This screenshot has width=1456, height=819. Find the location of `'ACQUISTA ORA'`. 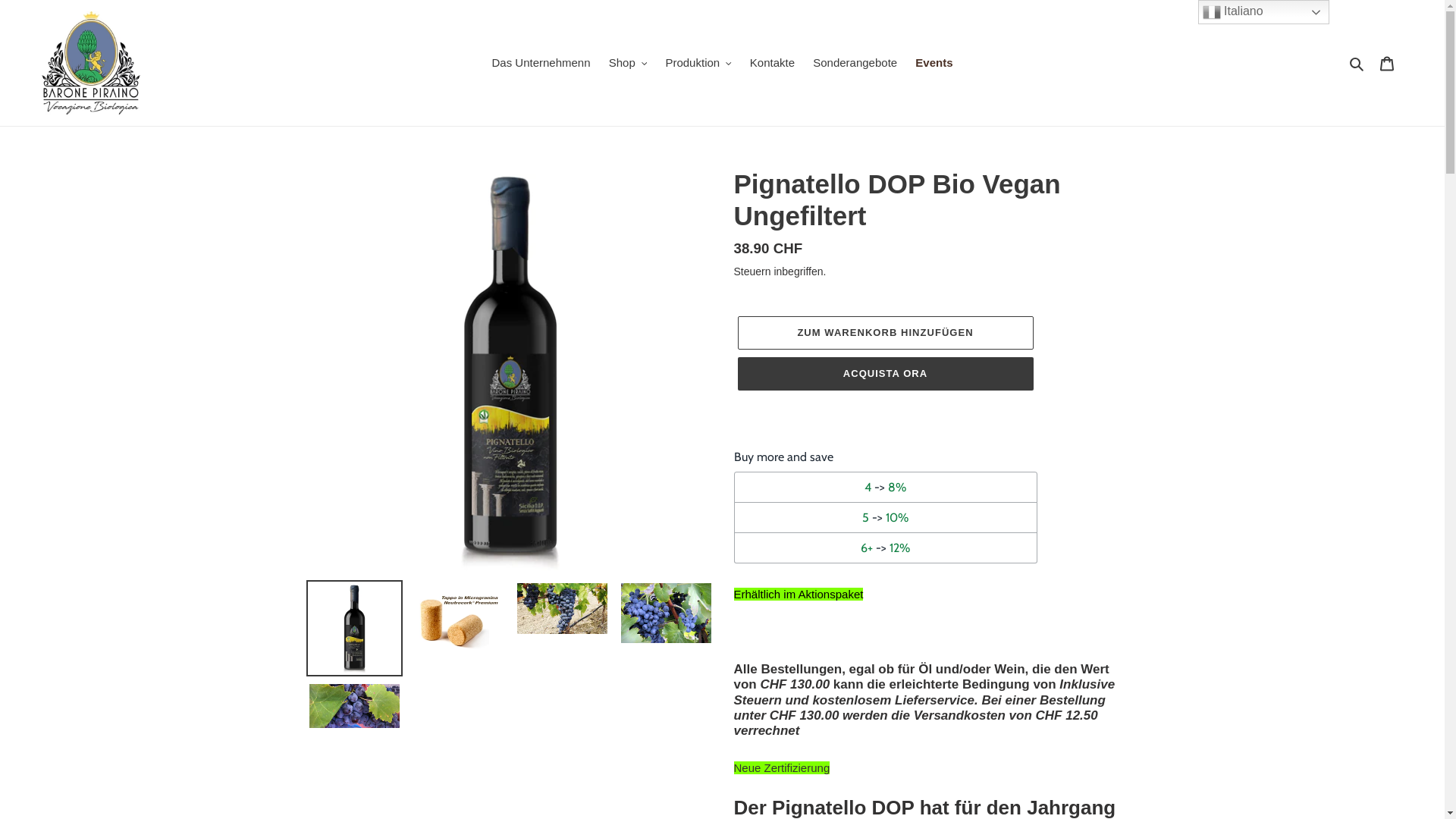

'ACQUISTA ORA' is located at coordinates (884, 374).